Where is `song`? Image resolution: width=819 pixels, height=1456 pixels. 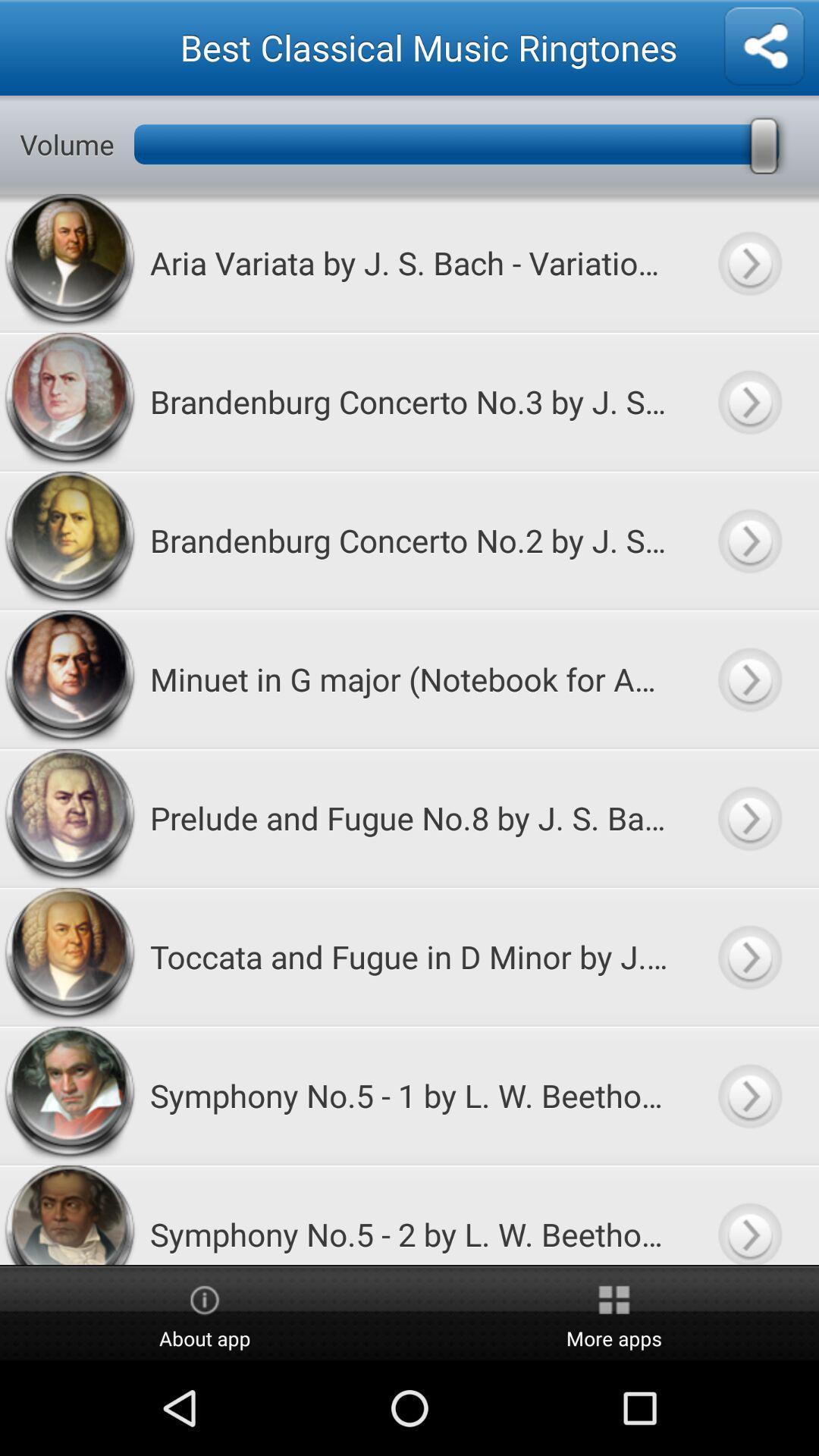 song is located at coordinates (748, 1095).